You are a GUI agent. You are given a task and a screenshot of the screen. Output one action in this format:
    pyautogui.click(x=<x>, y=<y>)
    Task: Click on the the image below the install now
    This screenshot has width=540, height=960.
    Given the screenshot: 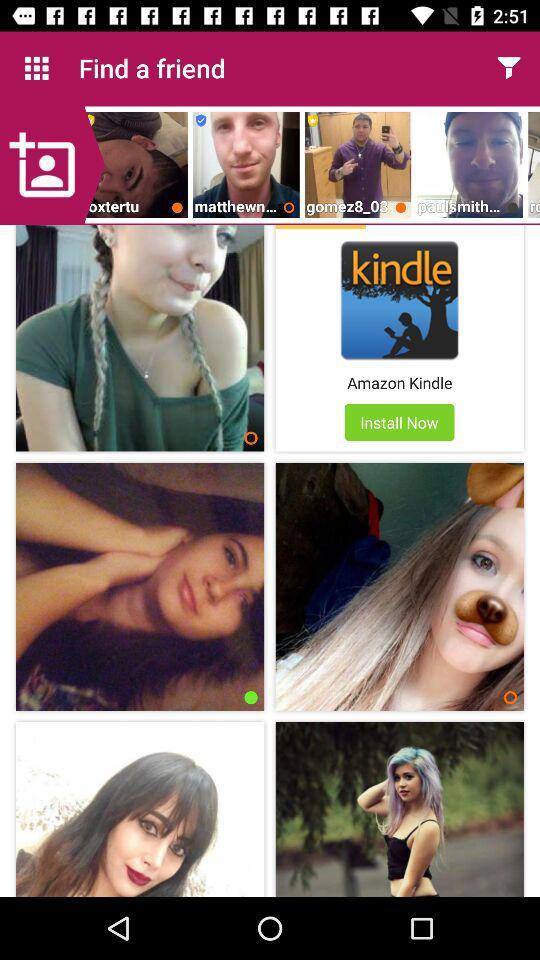 What is the action you would take?
    pyautogui.click(x=399, y=587)
    